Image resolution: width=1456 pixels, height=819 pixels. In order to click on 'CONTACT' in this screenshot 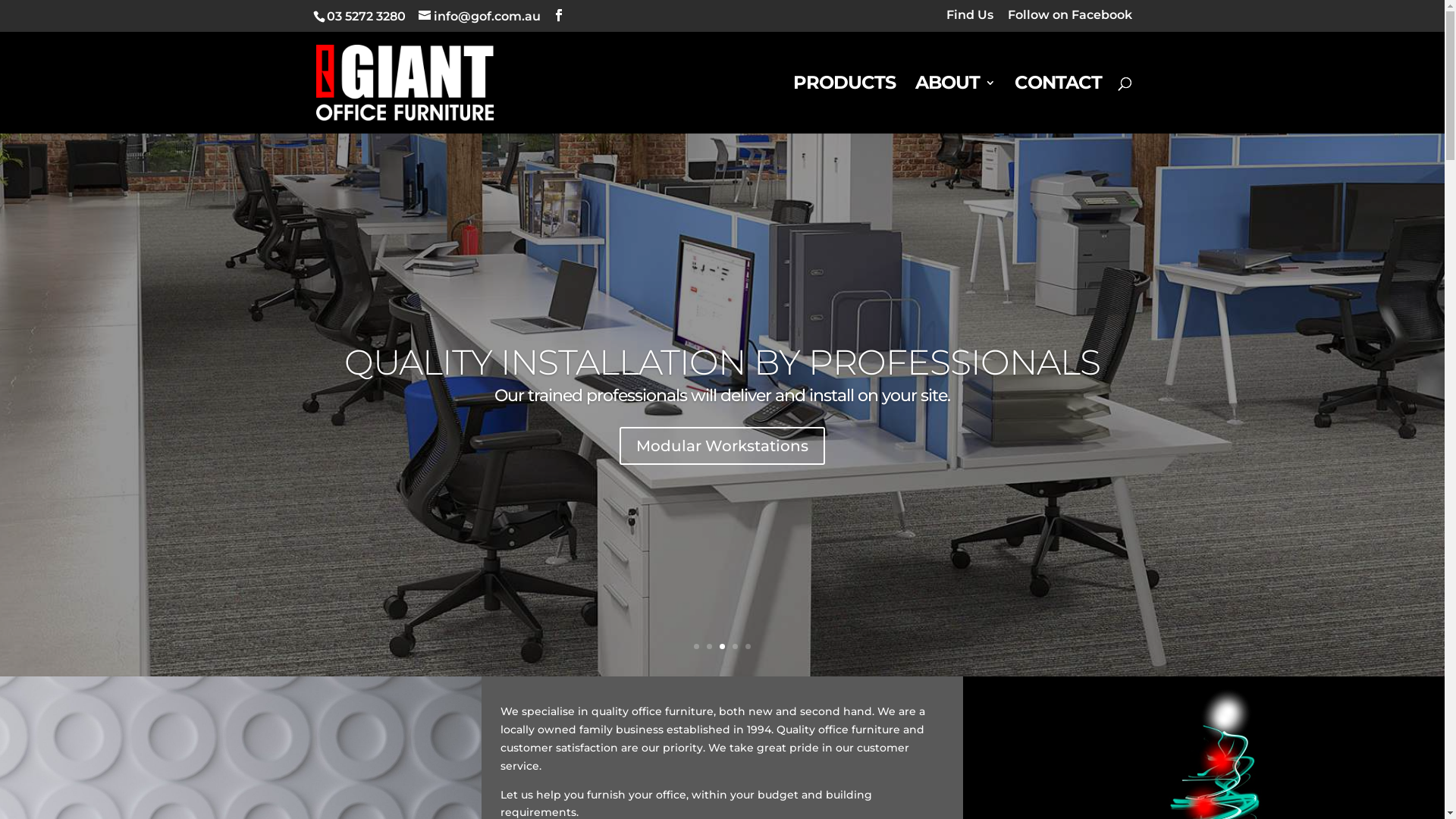, I will do `click(1015, 104)`.